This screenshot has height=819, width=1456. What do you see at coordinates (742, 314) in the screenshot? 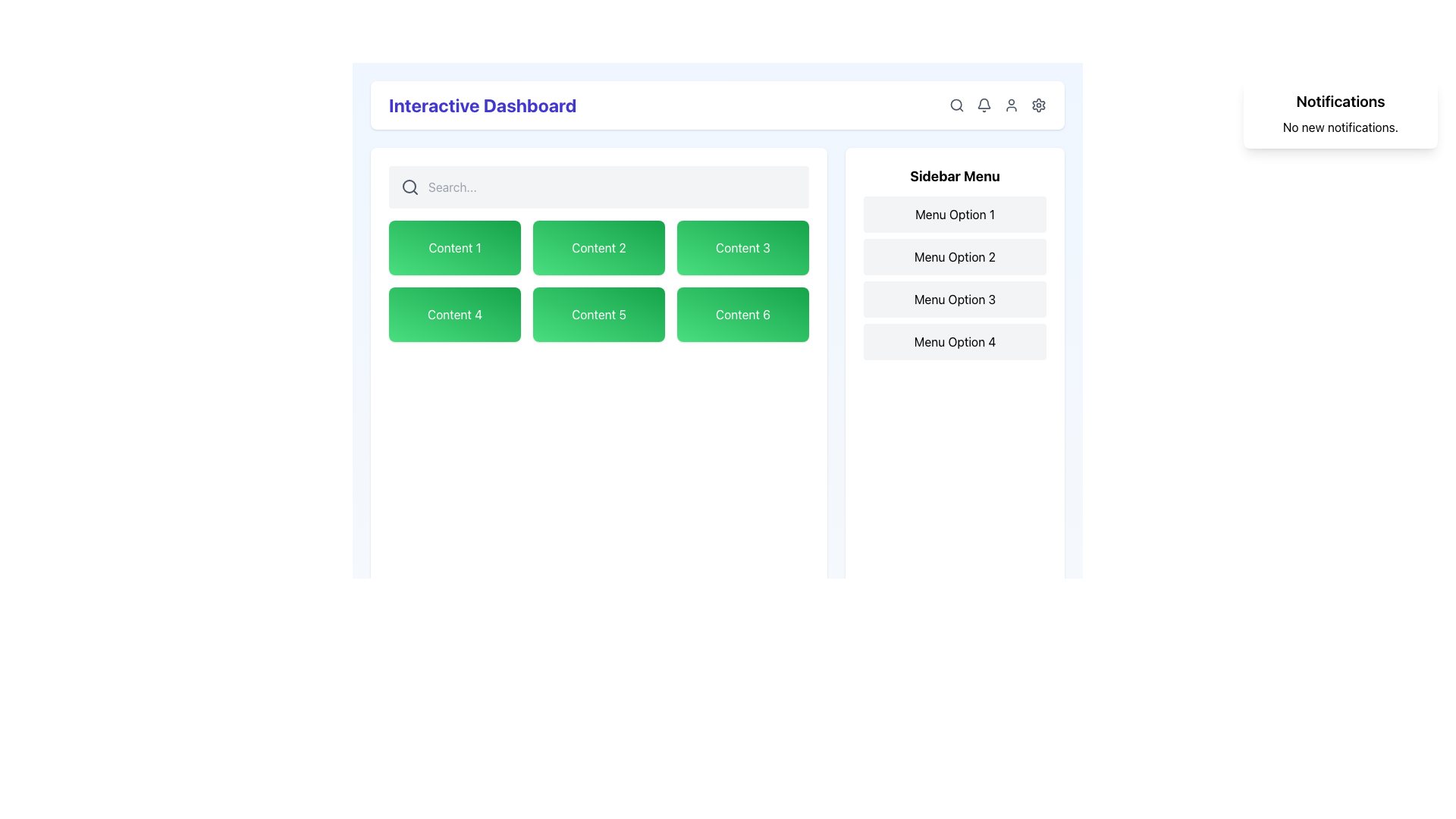
I see `the button representing 'Content 6' to trigger hover effects` at bounding box center [742, 314].